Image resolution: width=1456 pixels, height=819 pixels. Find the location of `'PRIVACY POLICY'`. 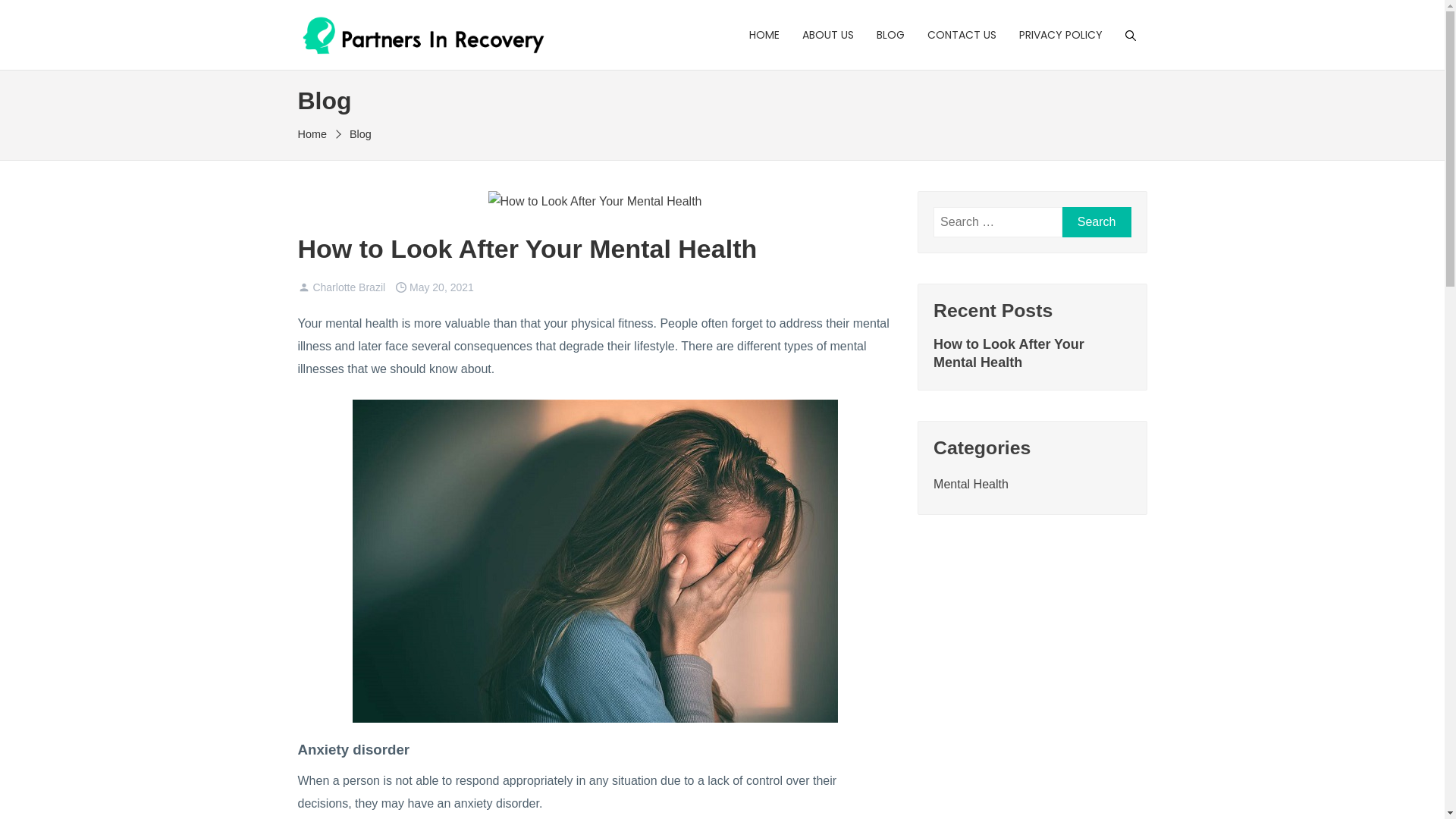

'PRIVACY POLICY' is located at coordinates (1059, 34).